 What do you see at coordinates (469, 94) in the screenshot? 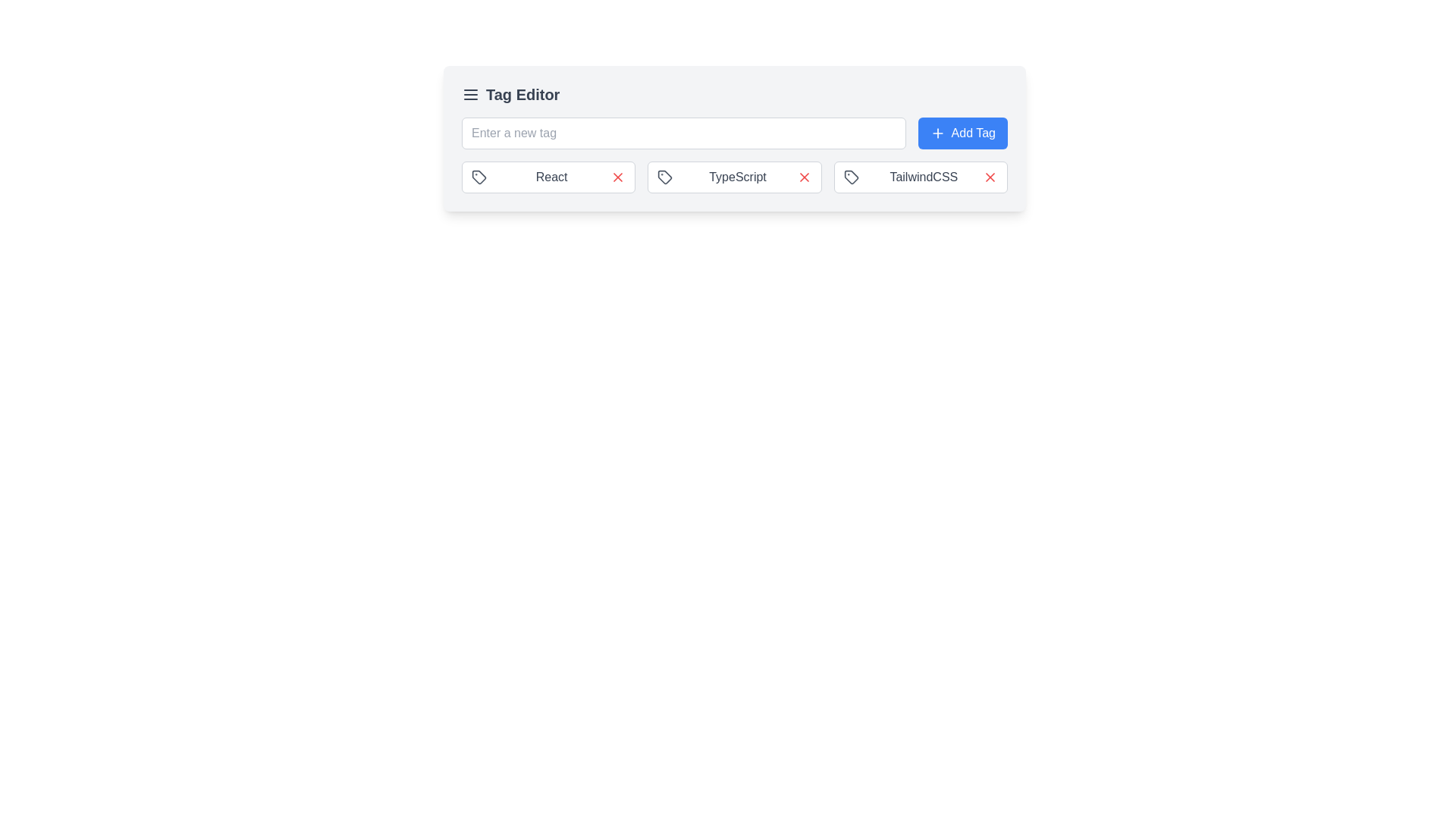
I see `the icon button located to the left of the 'Tag Editor' text in the header section` at bounding box center [469, 94].